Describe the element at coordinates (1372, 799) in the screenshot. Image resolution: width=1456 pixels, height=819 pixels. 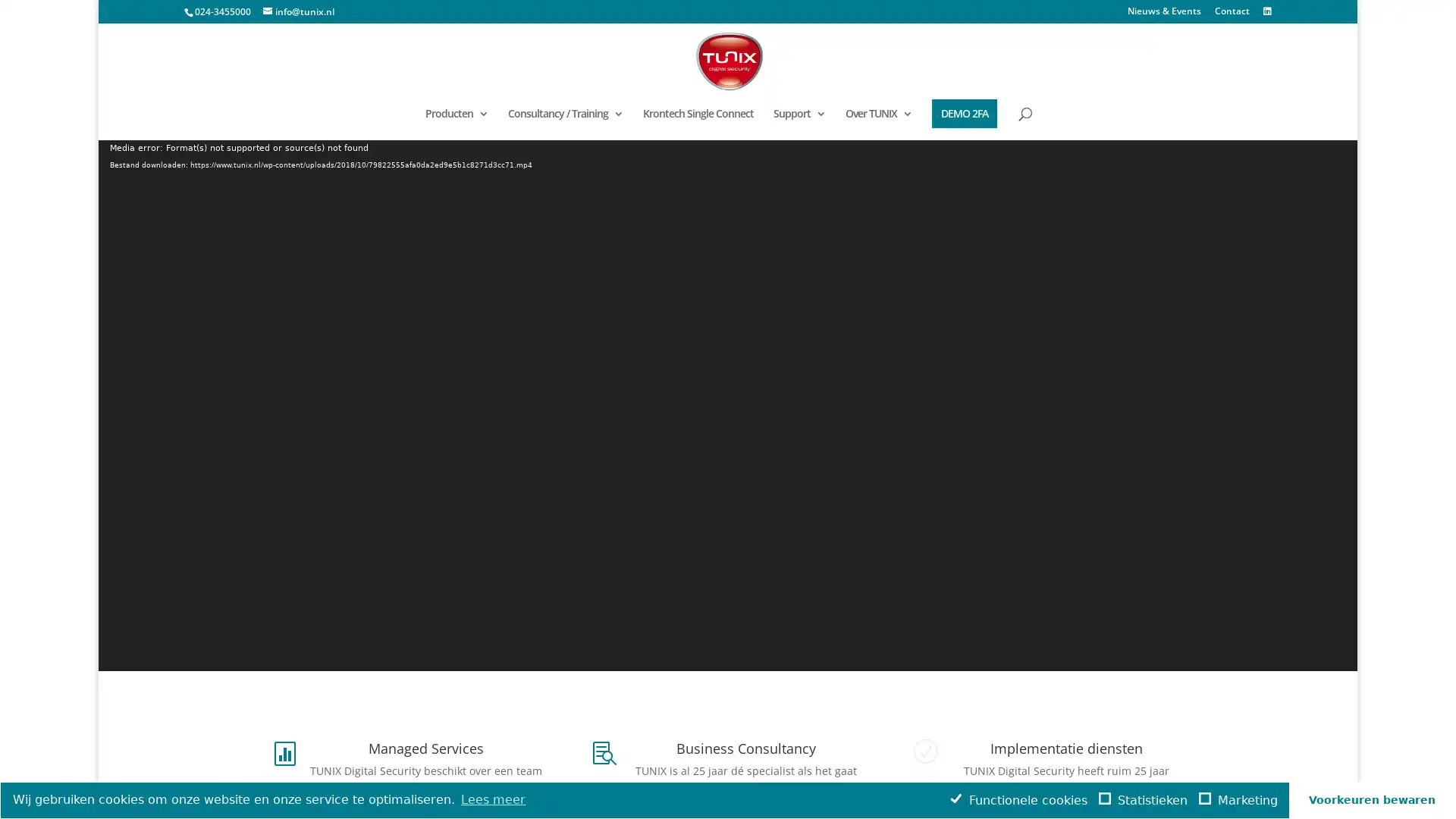
I see `Voorkeuren bewaren` at that location.